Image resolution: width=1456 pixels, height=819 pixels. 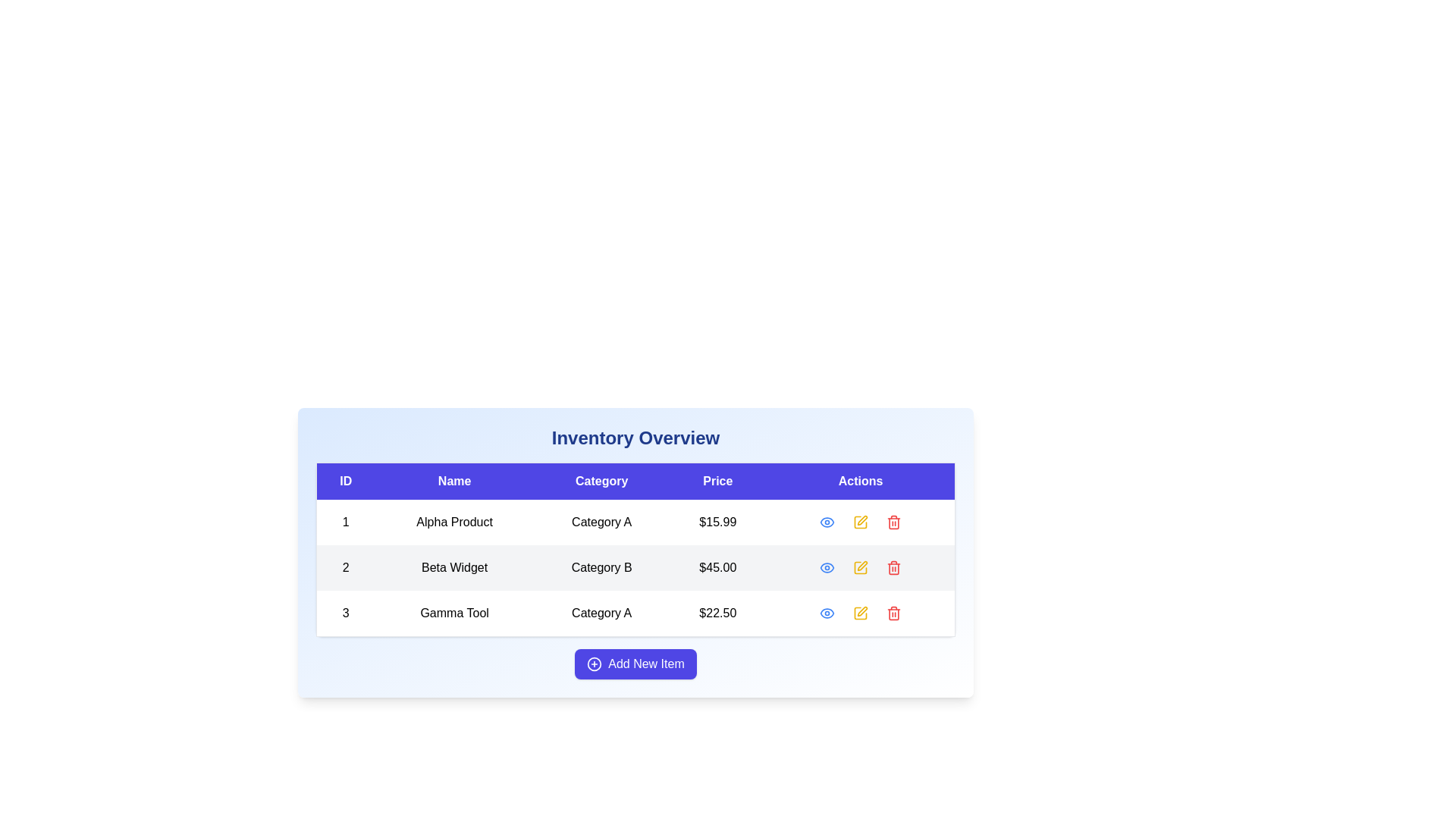 What do you see at coordinates (826, 567) in the screenshot?
I see `the 'view' button located in the third column of the second row of the table in the 'Actions' column` at bounding box center [826, 567].